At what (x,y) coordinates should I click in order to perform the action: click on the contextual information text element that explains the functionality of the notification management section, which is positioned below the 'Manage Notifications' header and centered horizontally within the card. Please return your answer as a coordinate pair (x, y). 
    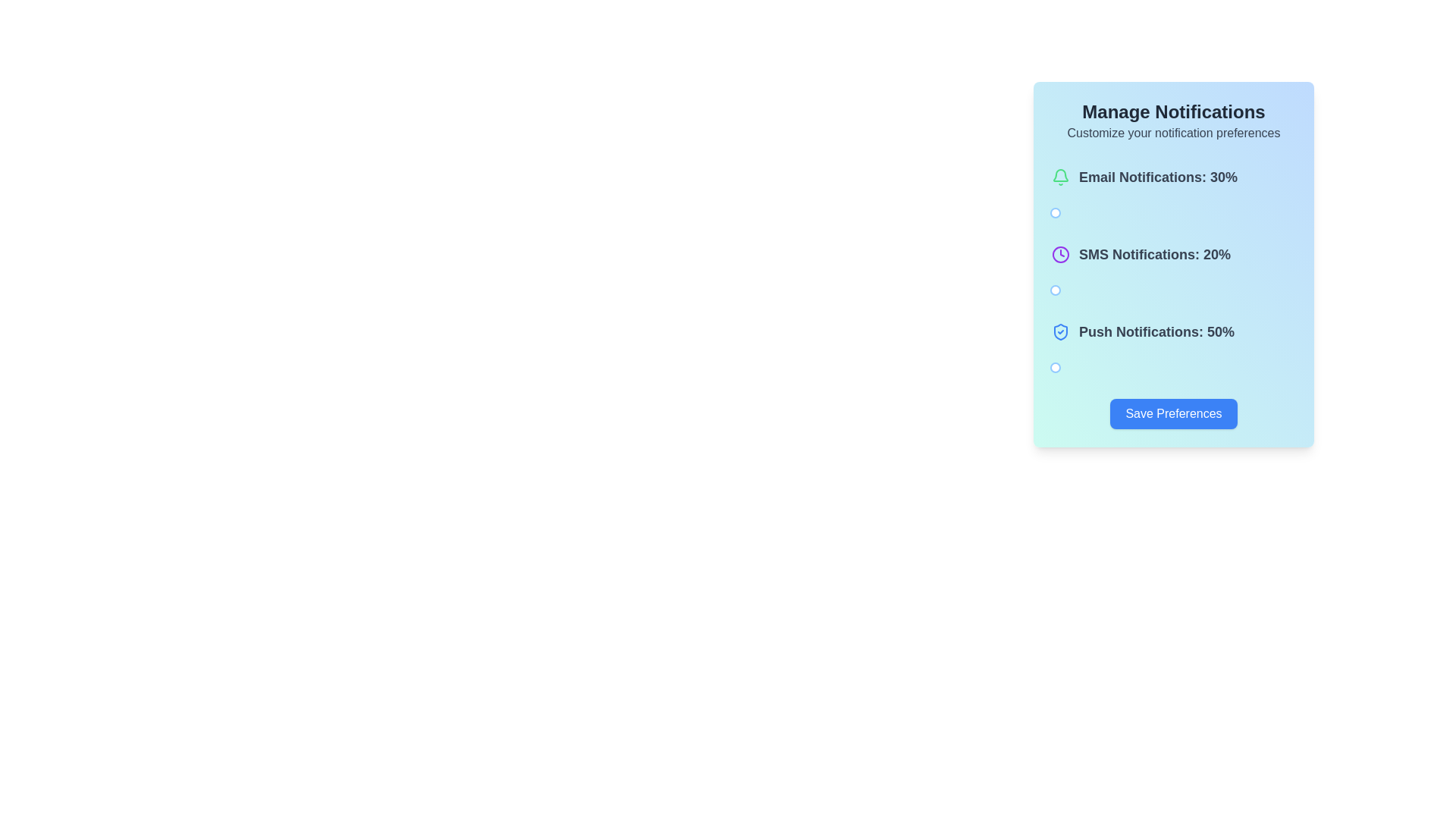
    Looking at the image, I should click on (1173, 133).